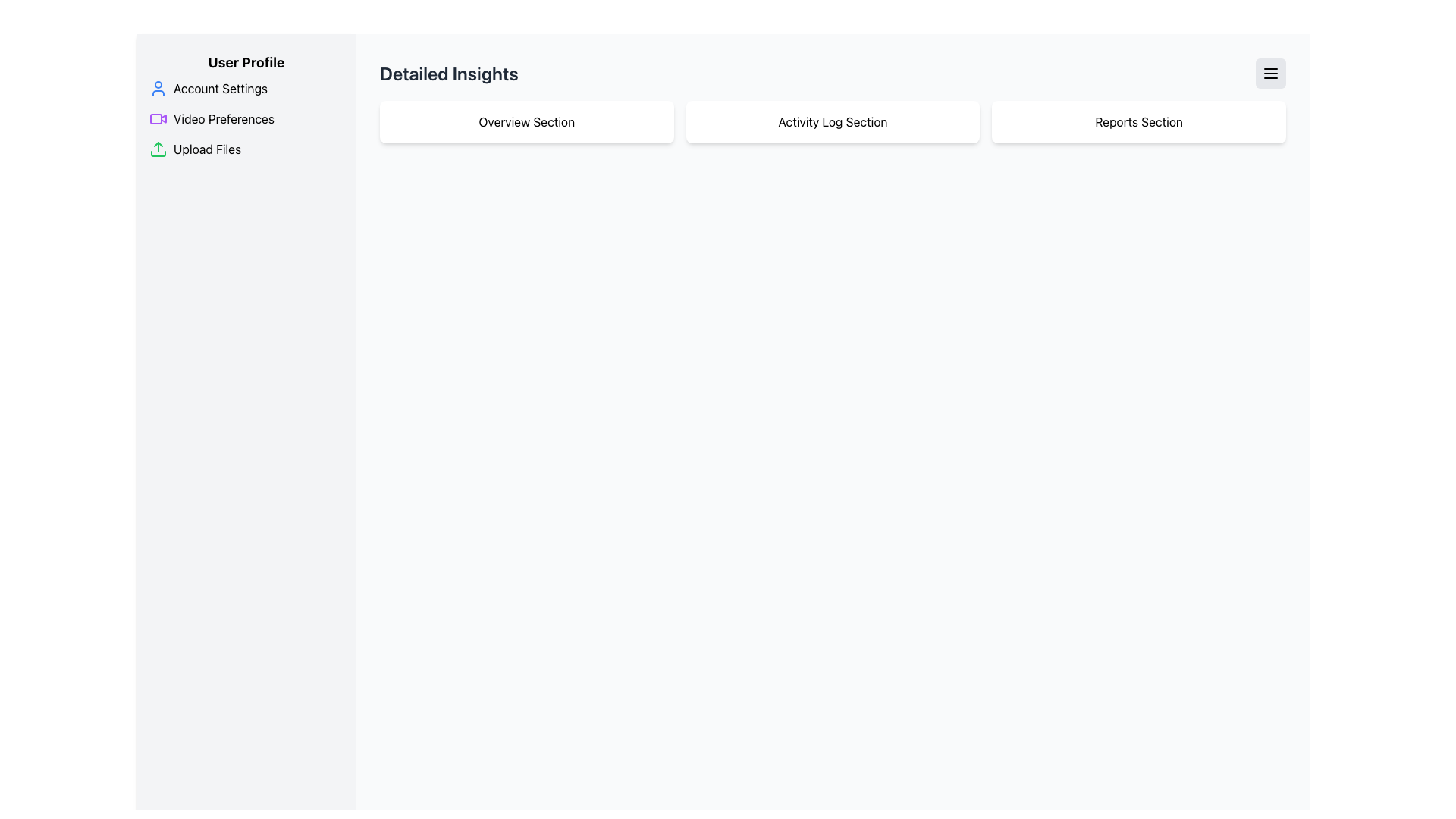 The image size is (1456, 819). I want to click on the 'Reports' card, which is the third card in a row of three sections, located at the top-center-right of the interface, so click(1139, 121).